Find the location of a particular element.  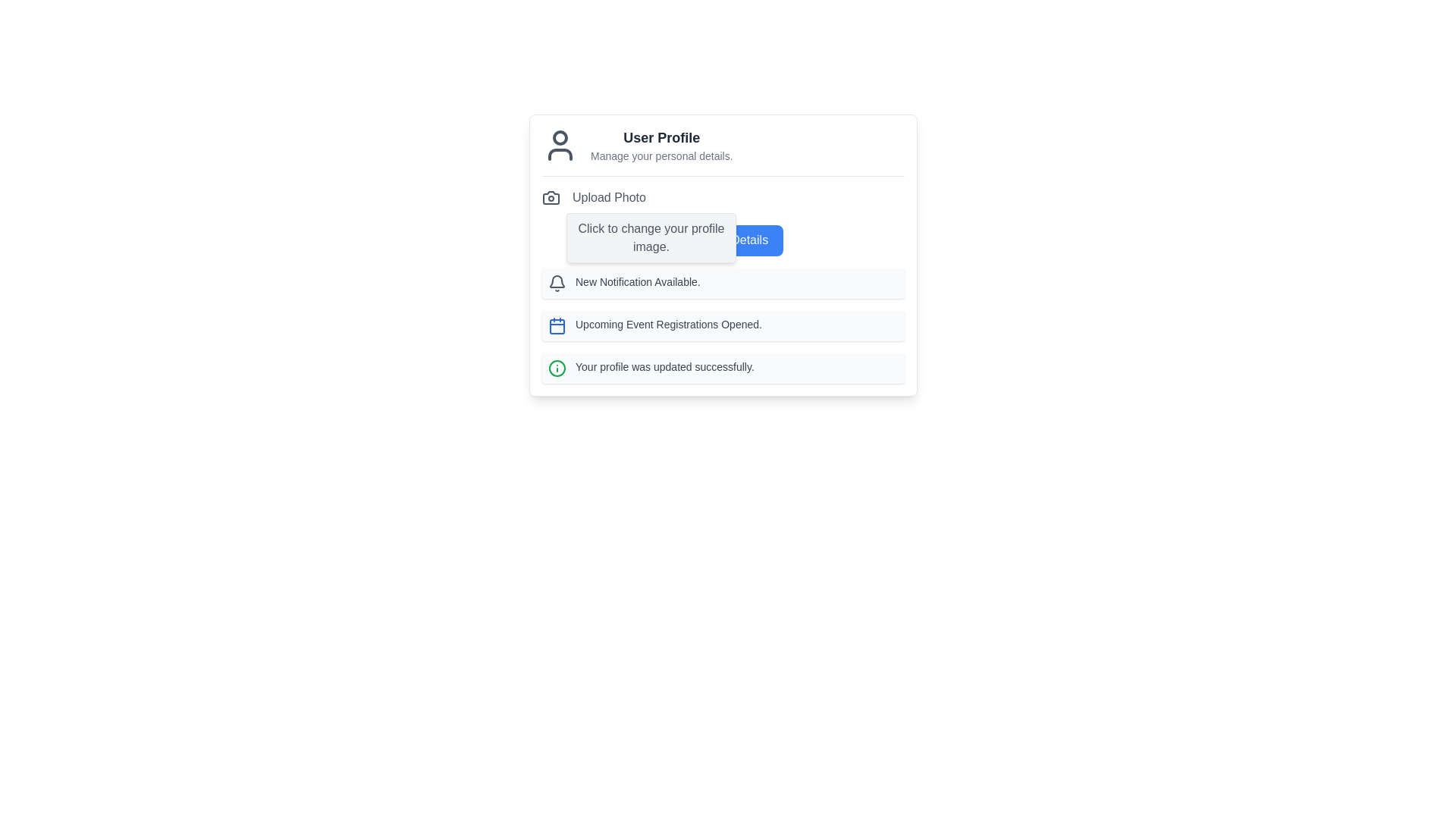

the camera icon located to the left of the 'Upload Photo' text is located at coordinates (550, 197).